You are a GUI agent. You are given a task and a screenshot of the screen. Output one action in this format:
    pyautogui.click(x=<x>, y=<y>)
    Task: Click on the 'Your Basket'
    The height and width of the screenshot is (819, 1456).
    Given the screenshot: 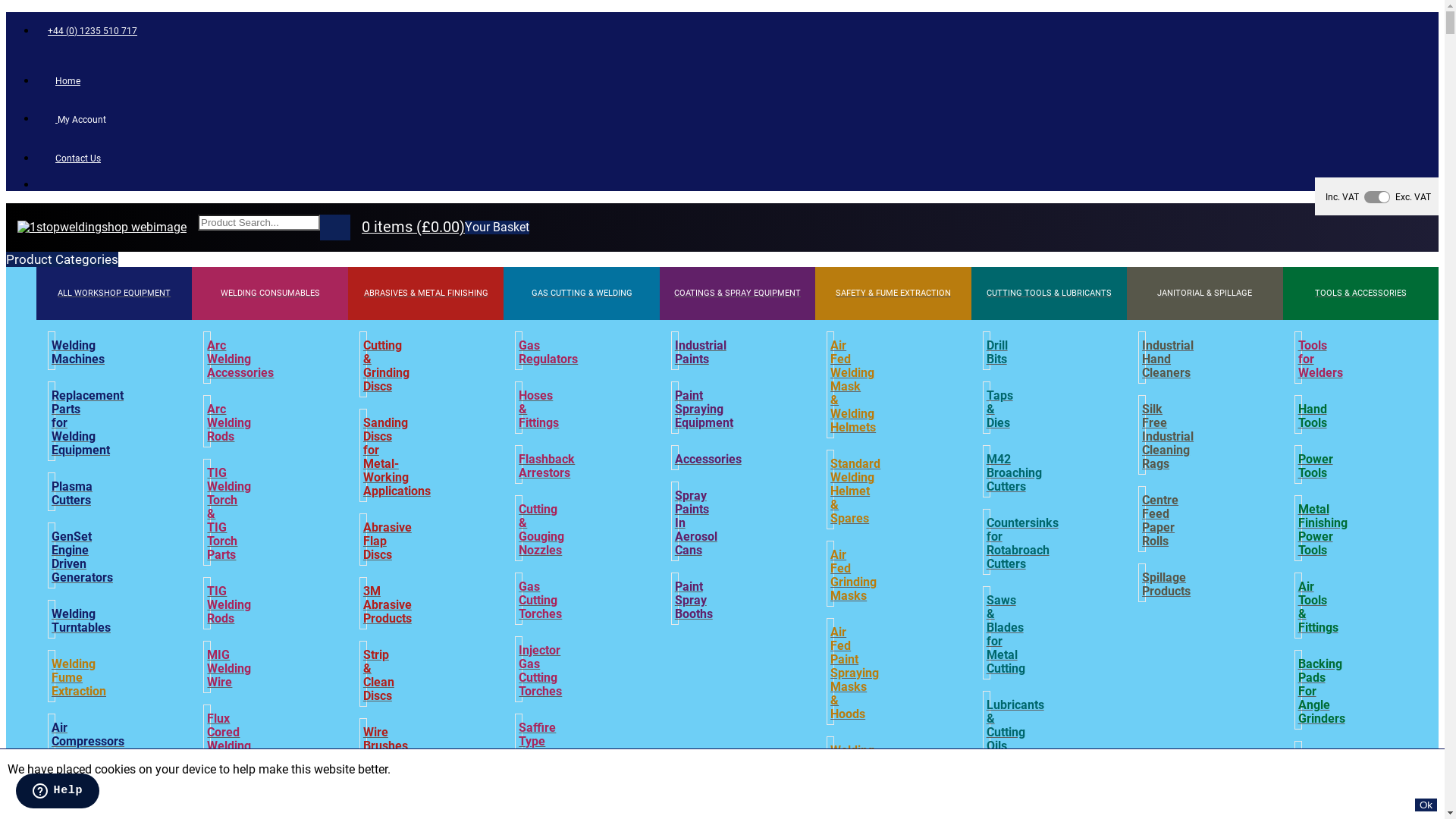 What is the action you would take?
    pyautogui.click(x=497, y=227)
    